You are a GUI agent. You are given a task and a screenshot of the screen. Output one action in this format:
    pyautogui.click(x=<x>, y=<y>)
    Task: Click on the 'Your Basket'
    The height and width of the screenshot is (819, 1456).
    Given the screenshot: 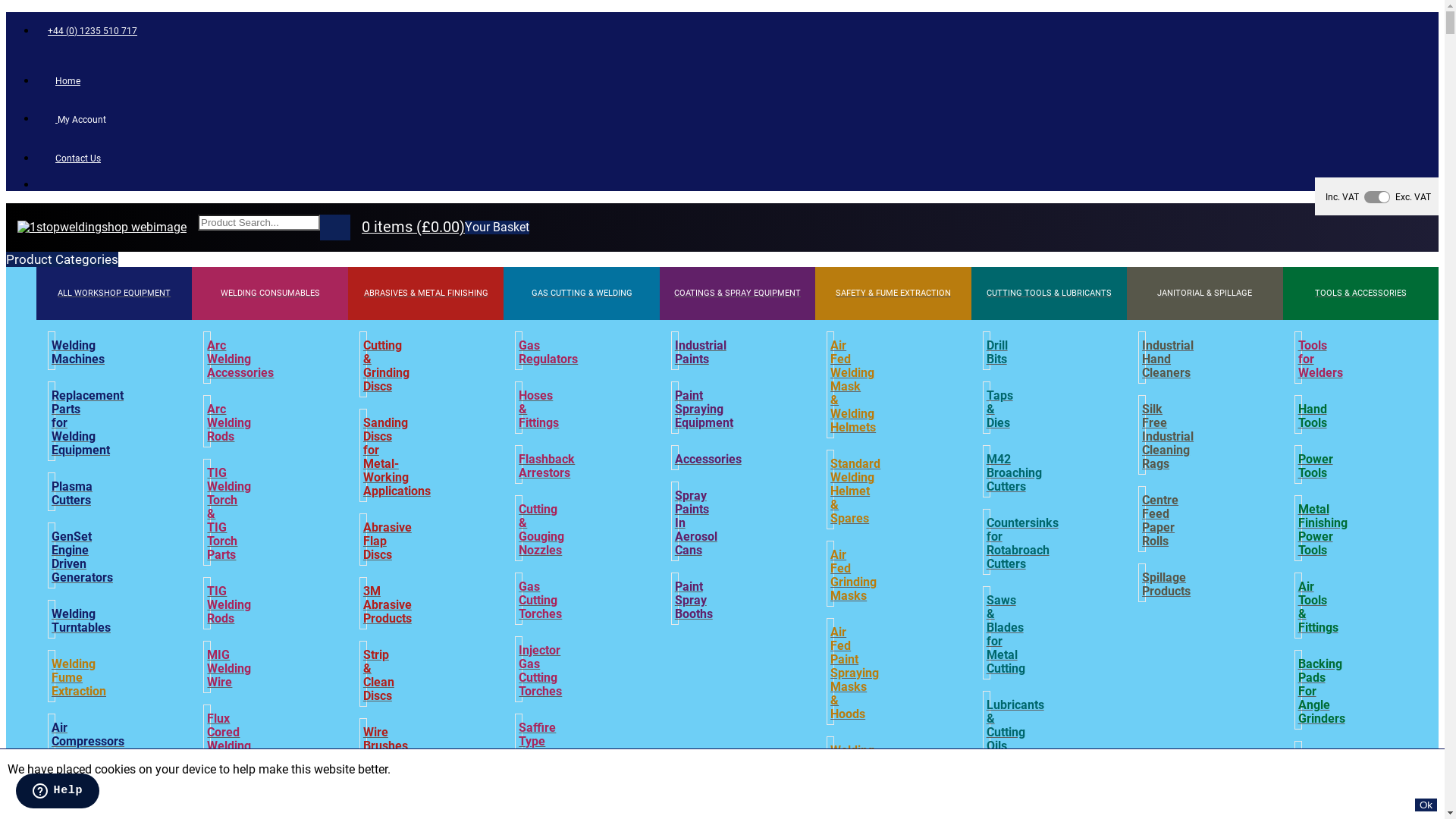 What is the action you would take?
    pyautogui.click(x=497, y=227)
    